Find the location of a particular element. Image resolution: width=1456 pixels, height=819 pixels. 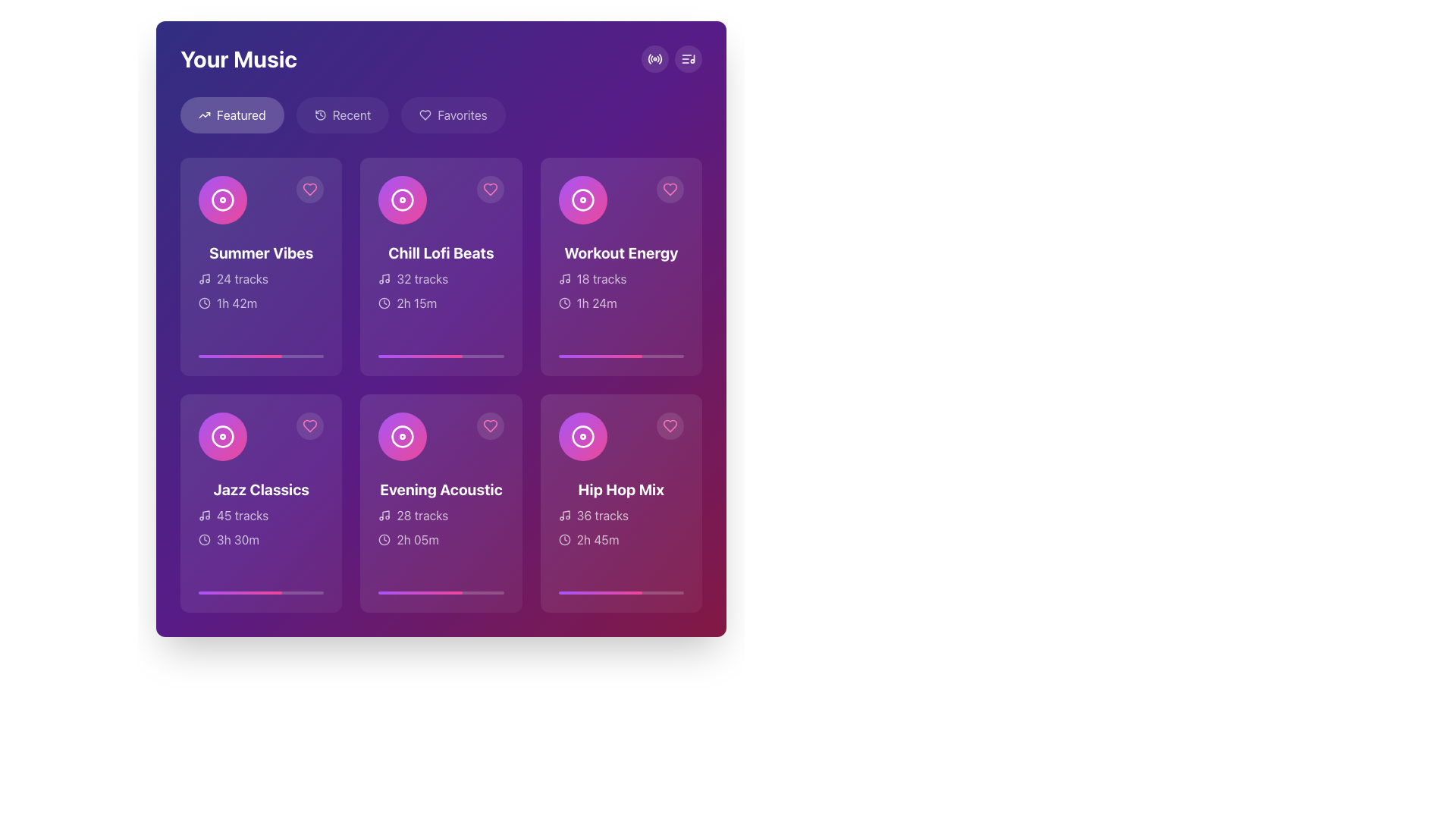

the circular icon button located in the top-right corner of the interface is located at coordinates (655, 58).